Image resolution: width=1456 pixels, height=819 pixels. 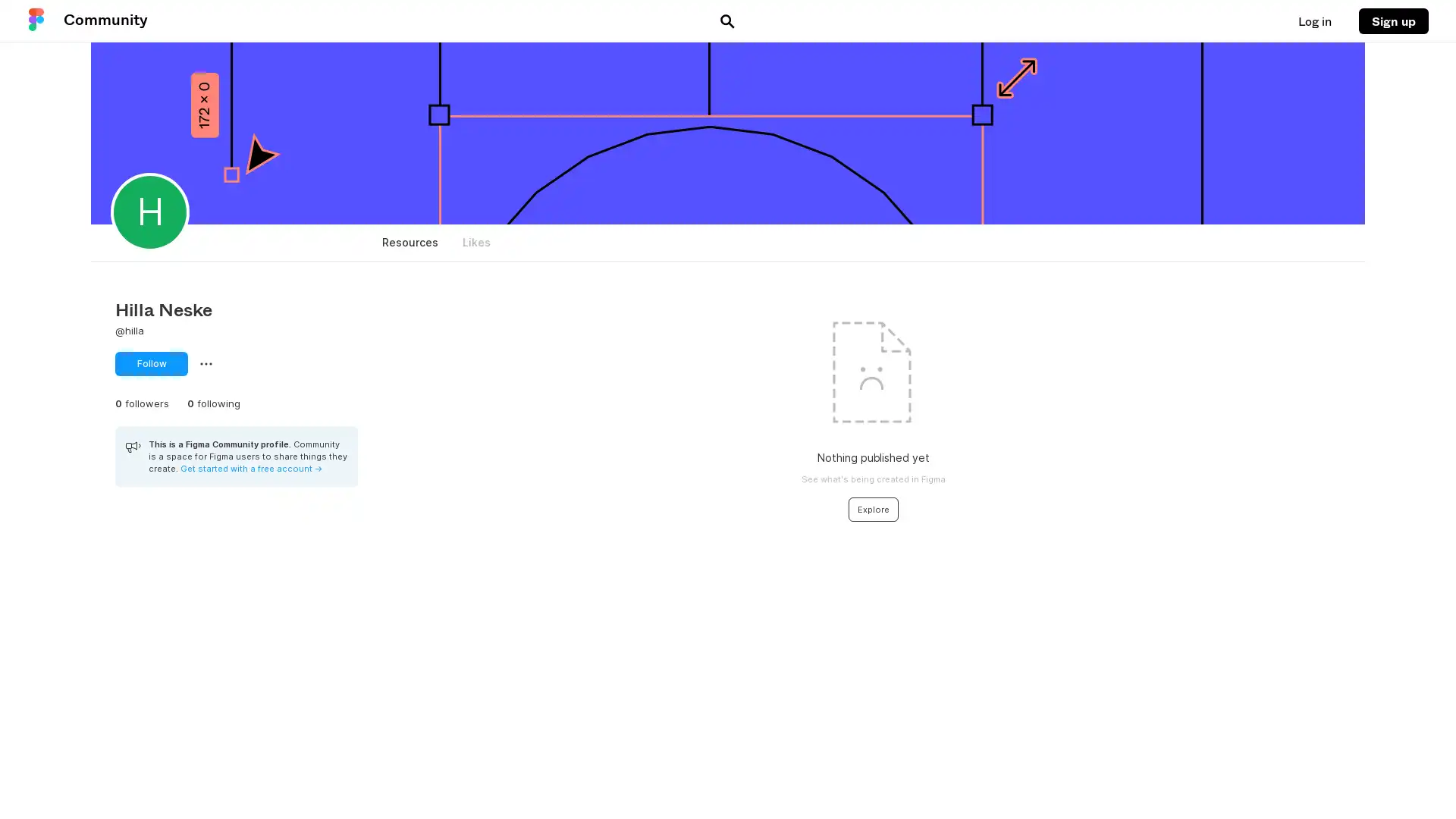 I want to click on Follow, so click(x=152, y=363).